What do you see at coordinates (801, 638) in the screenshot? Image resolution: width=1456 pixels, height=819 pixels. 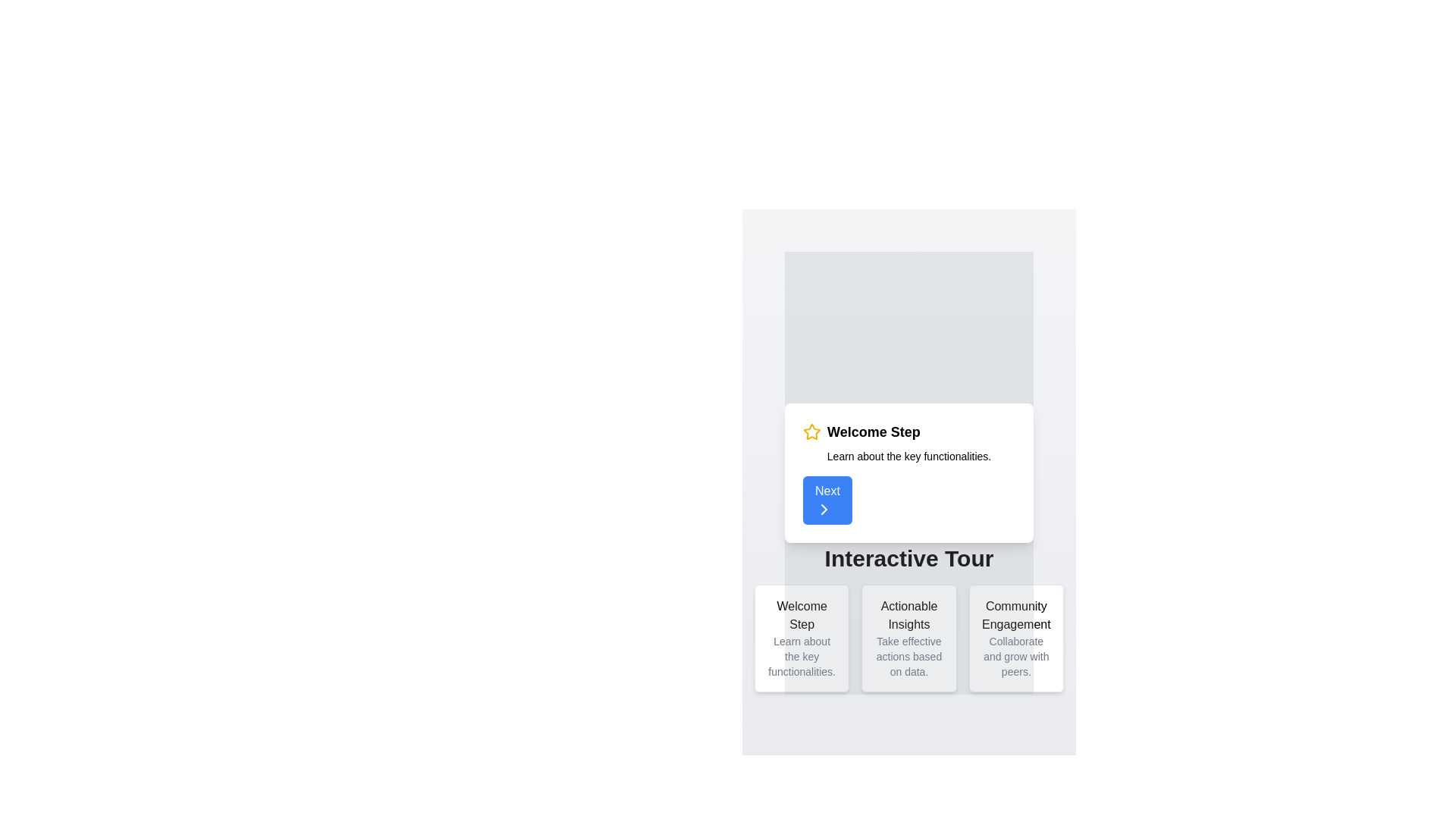 I see `the informational card located in the first column of a three-column grid layout, positioned above the 'Actionable Insights' and 'Community Engagement' cards` at bounding box center [801, 638].